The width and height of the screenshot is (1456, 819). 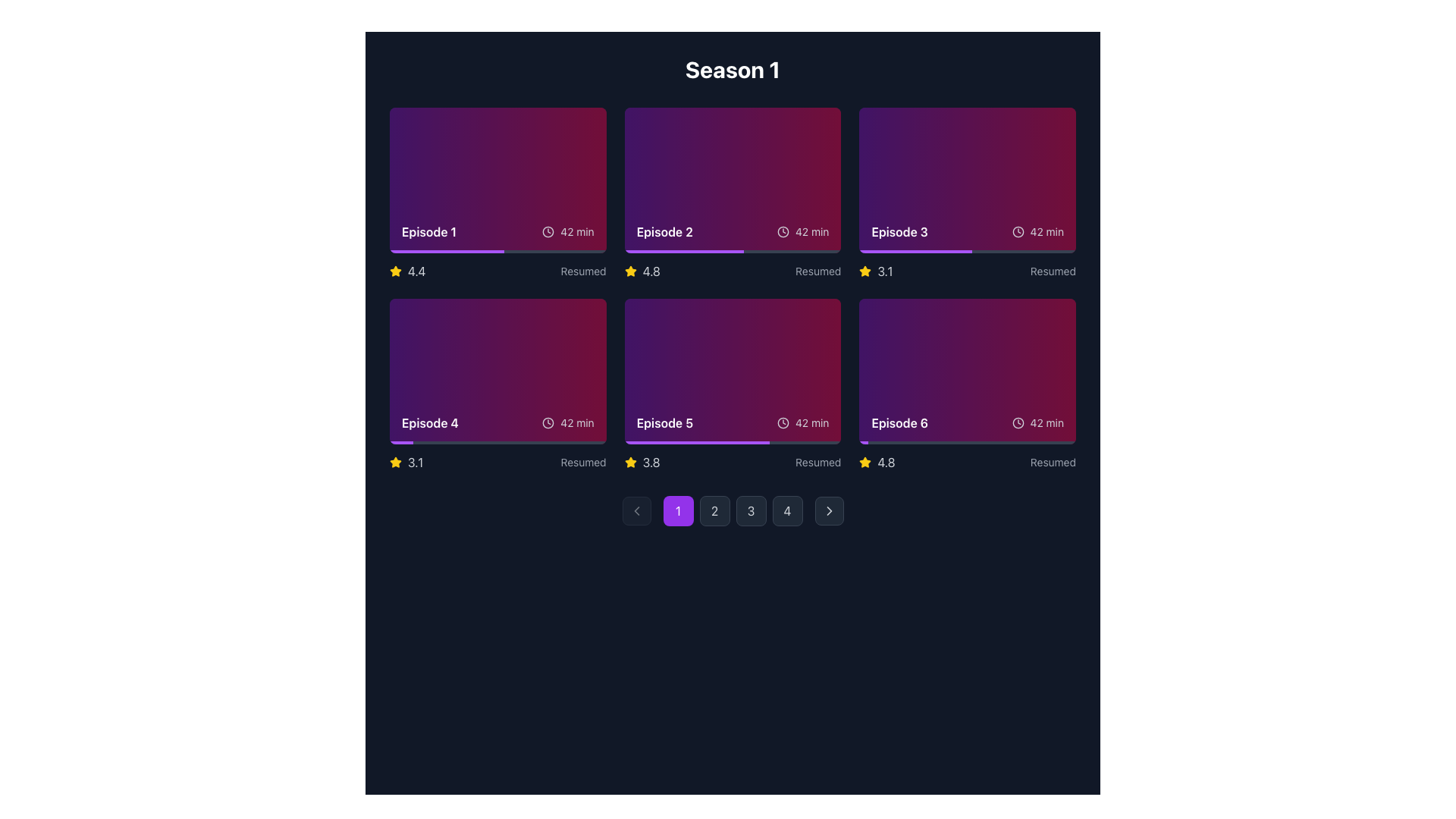 What do you see at coordinates (396, 271) in the screenshot?
I see `the yellow star icon located next to the numeric rating text '4.4' under 'Episode 1'` at bounding box center [396, 271].